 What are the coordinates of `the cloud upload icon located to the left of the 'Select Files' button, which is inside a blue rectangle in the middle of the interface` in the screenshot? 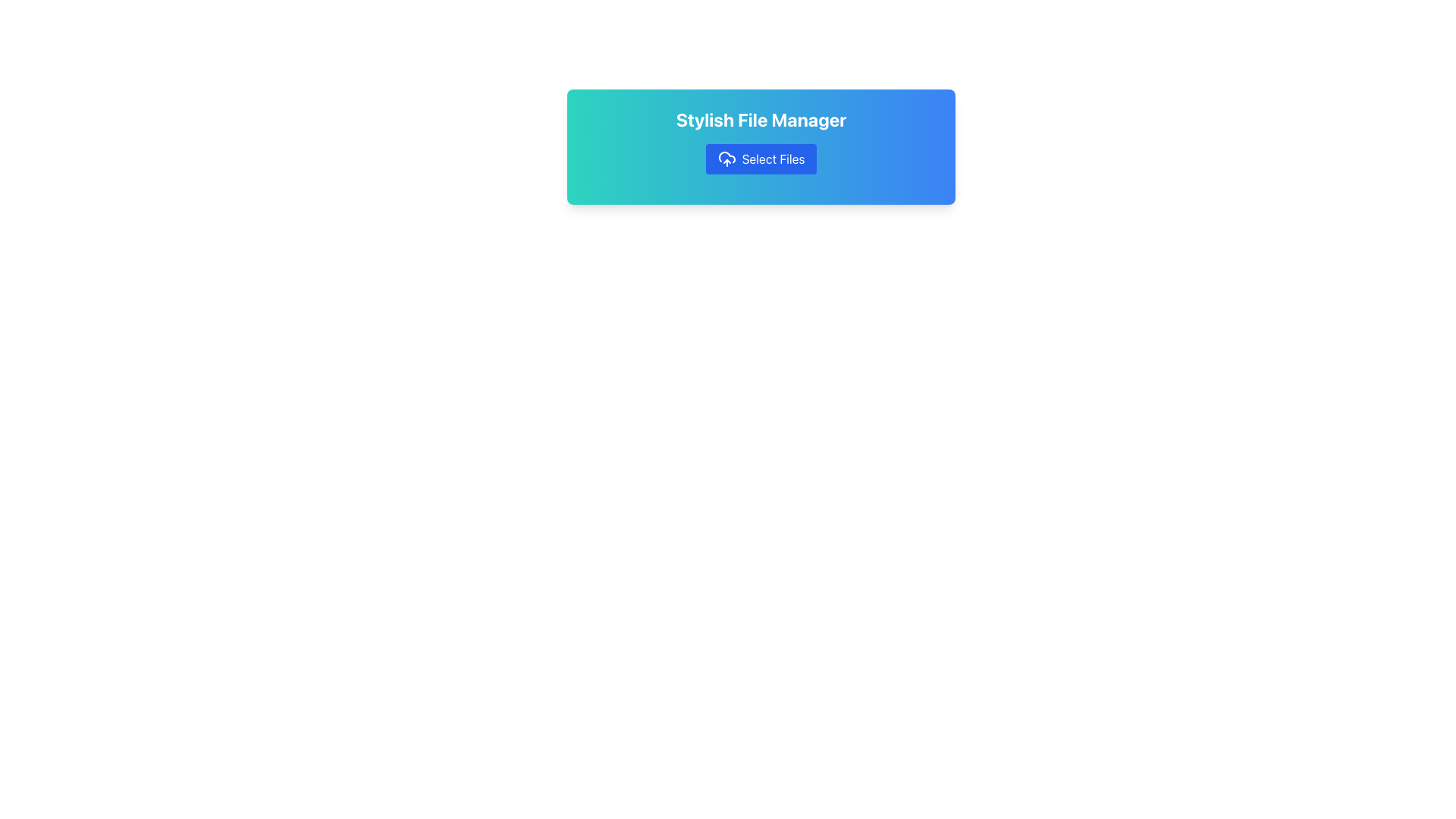 It's located at (726, 158).